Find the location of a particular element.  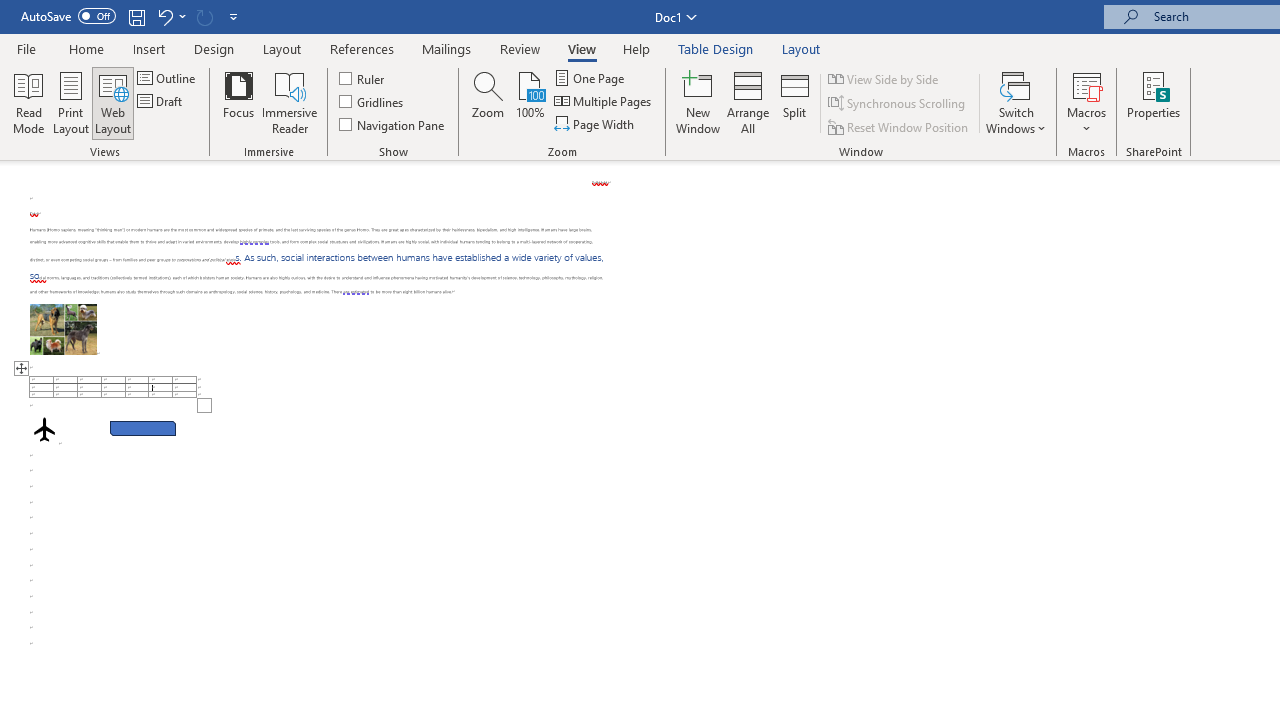

'Navigation Pane' is located at coordinates (392, 124).